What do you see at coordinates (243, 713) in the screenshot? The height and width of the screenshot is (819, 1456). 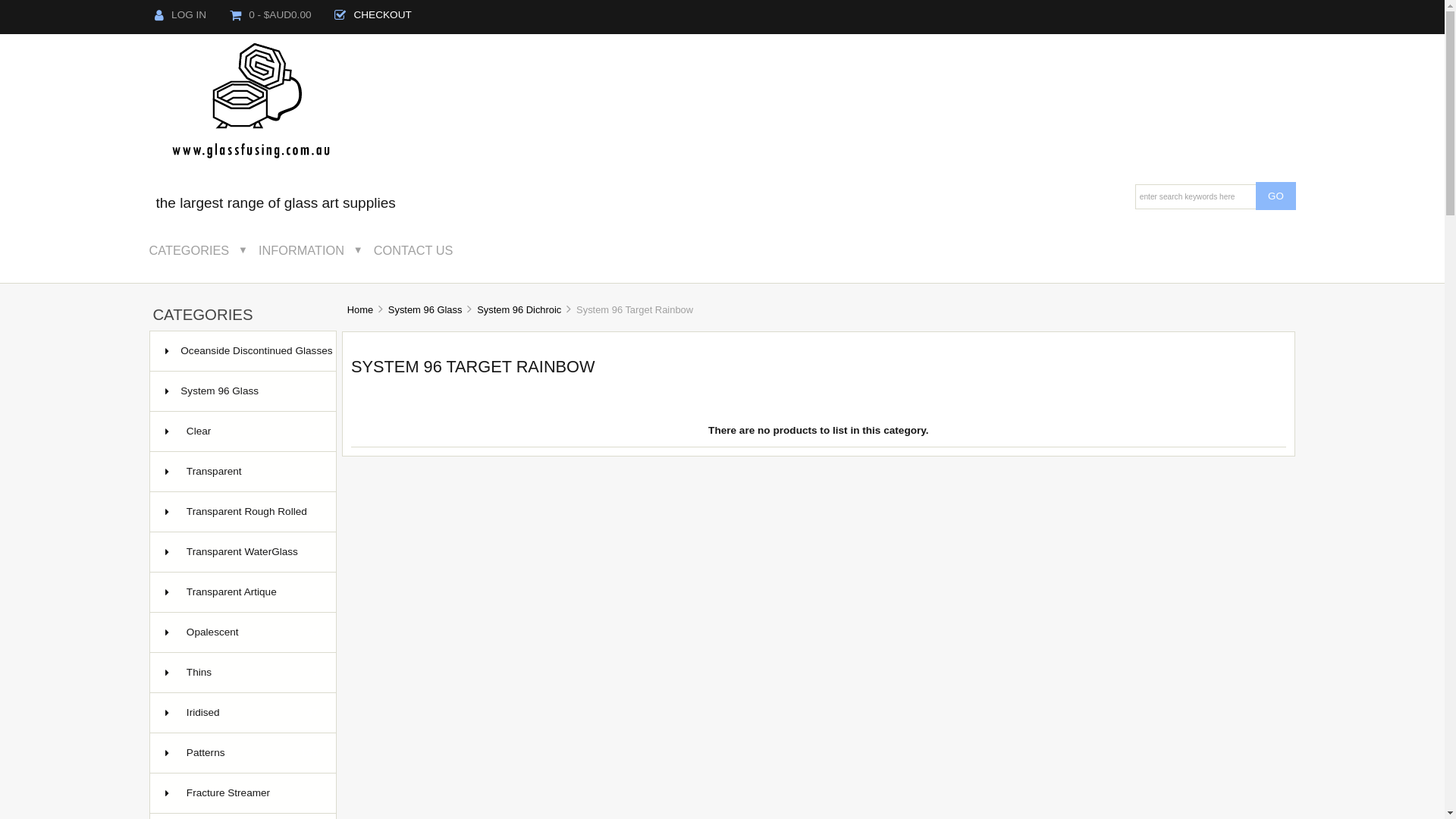 I see `'  Iridised` at bounding box center [243, 713].